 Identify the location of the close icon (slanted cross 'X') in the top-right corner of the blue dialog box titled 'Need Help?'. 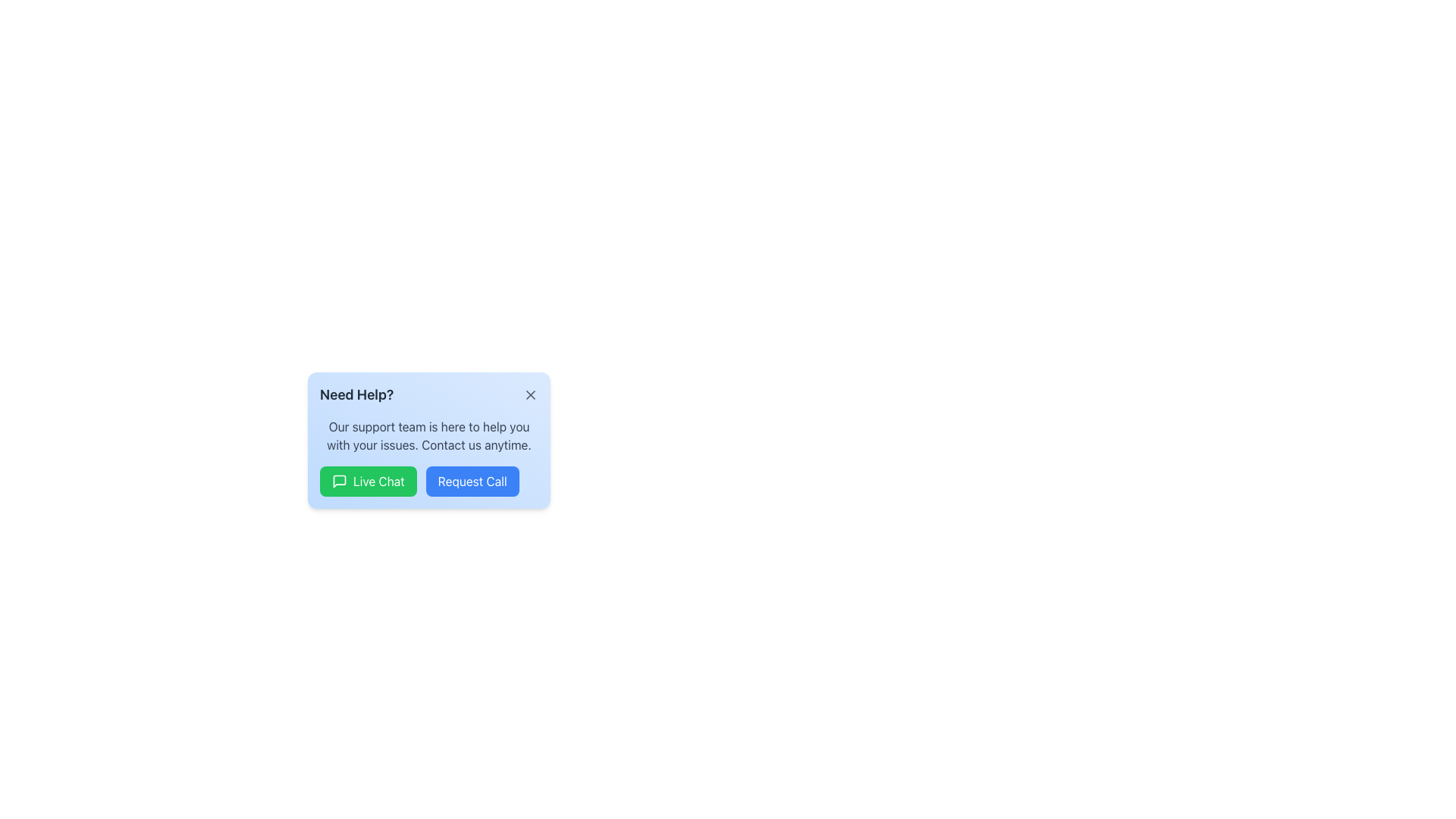
(531, 394).